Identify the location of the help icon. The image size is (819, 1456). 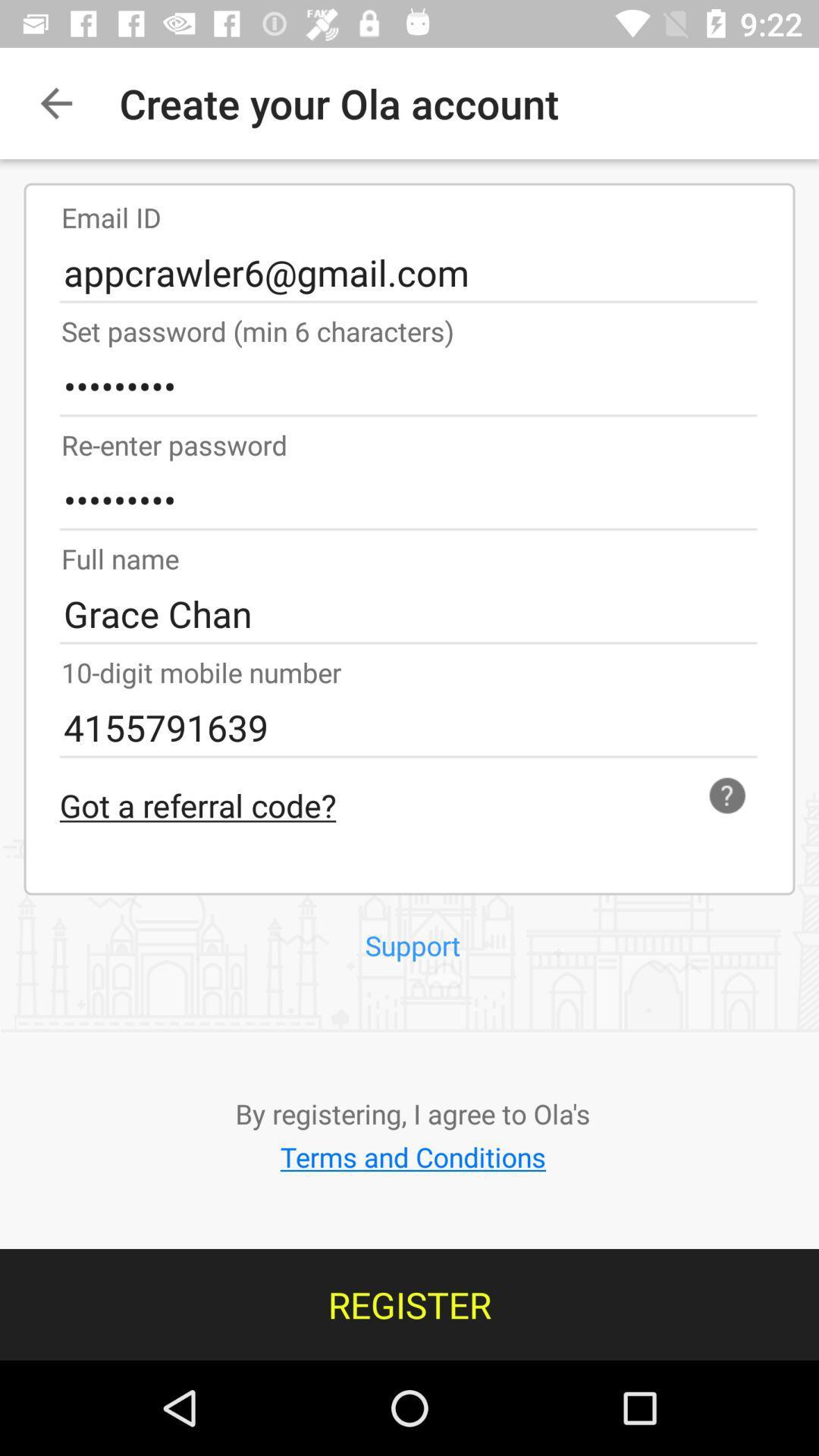
(733, 795).